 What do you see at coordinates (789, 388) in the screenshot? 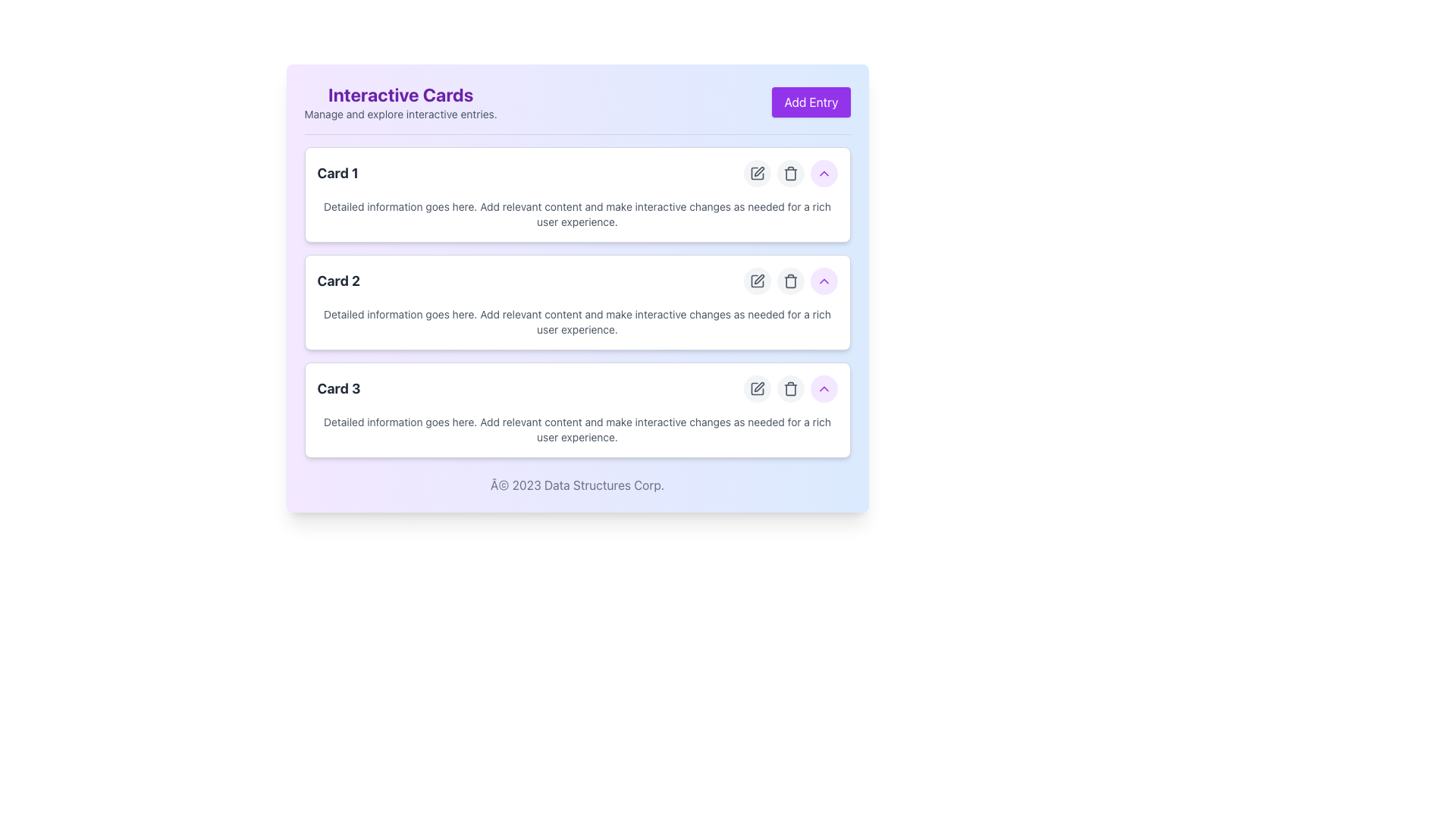
I see `any of the individual buttons in the horizontal group of action buttons located on the right side of Card 3` at bounding box center [789, 388].